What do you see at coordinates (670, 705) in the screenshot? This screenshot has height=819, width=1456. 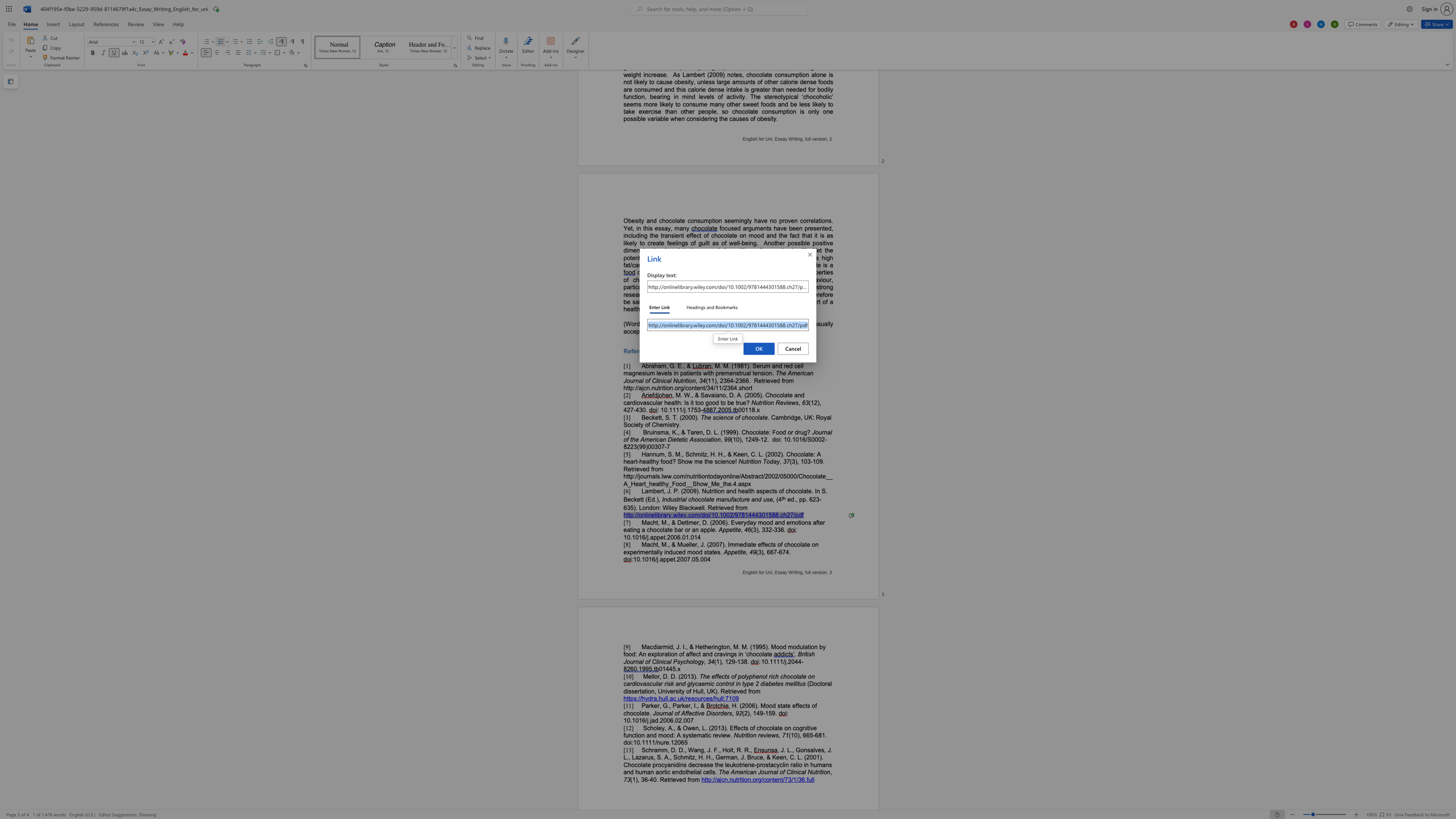 I see `the 2th character "," in the text` at bounding box center [670, 705].